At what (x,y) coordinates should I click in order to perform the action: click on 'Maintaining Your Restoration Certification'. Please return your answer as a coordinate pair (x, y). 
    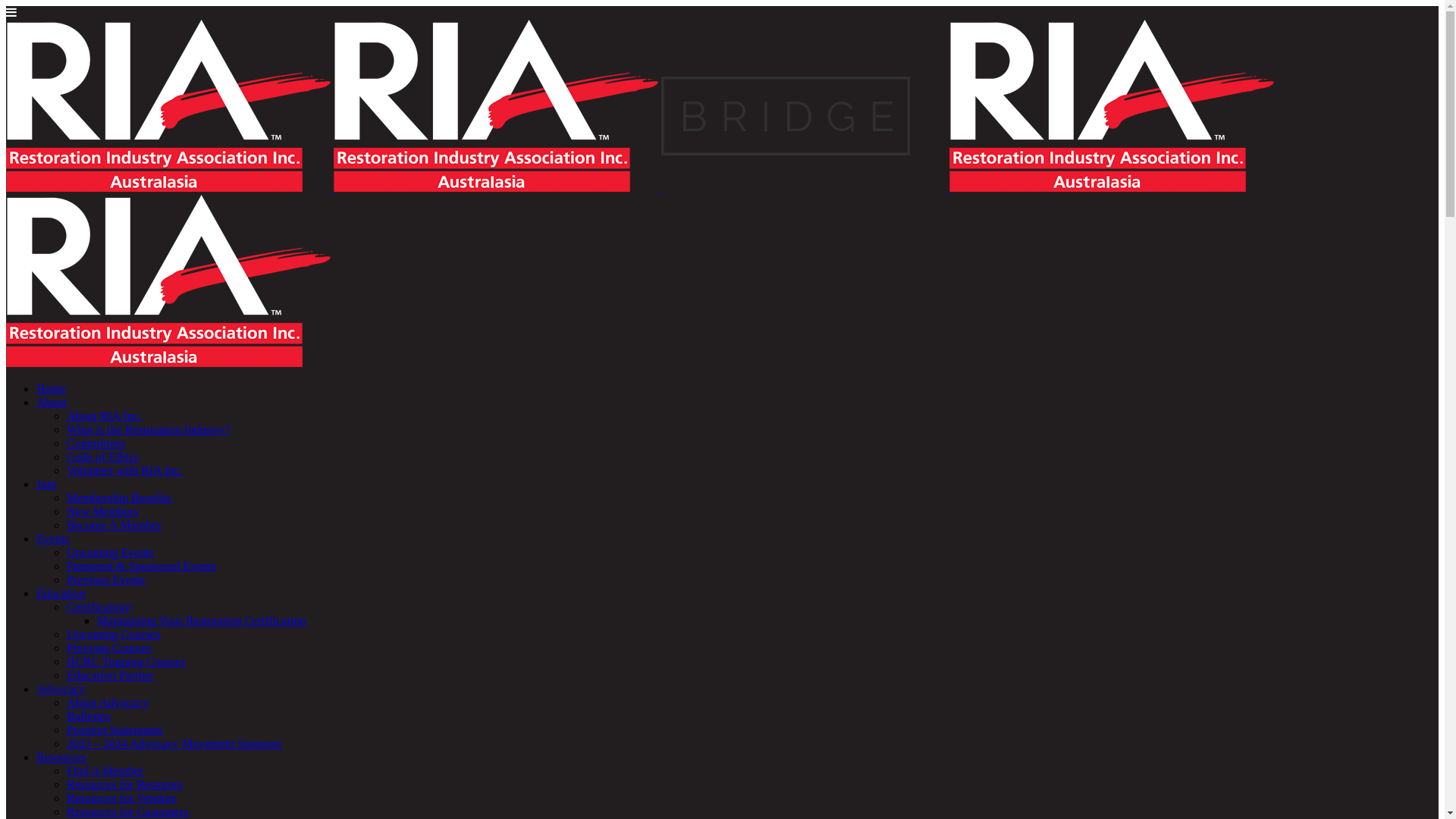
    Looking at the image, I should click on (200, 620).